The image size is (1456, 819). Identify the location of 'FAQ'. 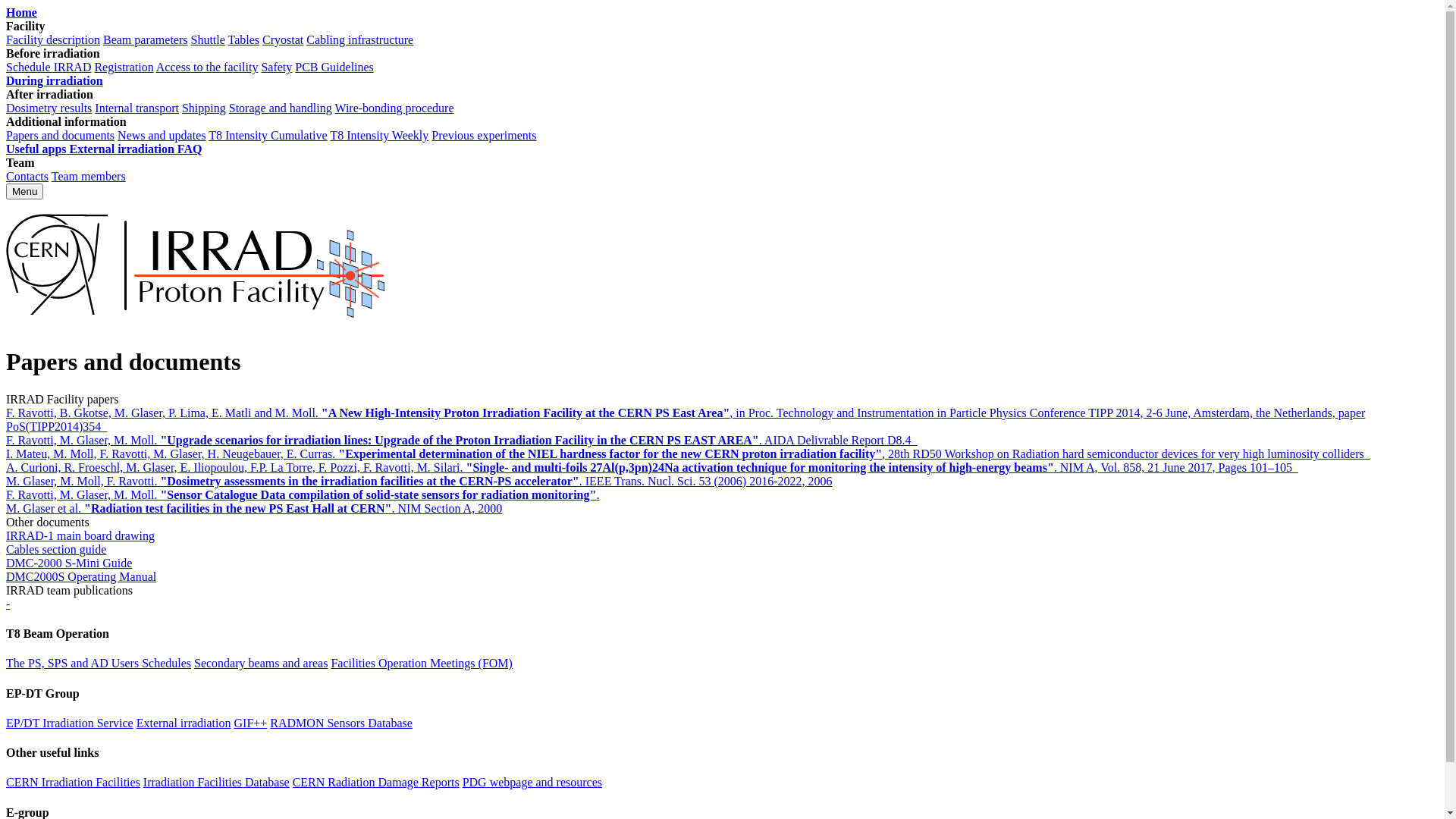
(189, 149).